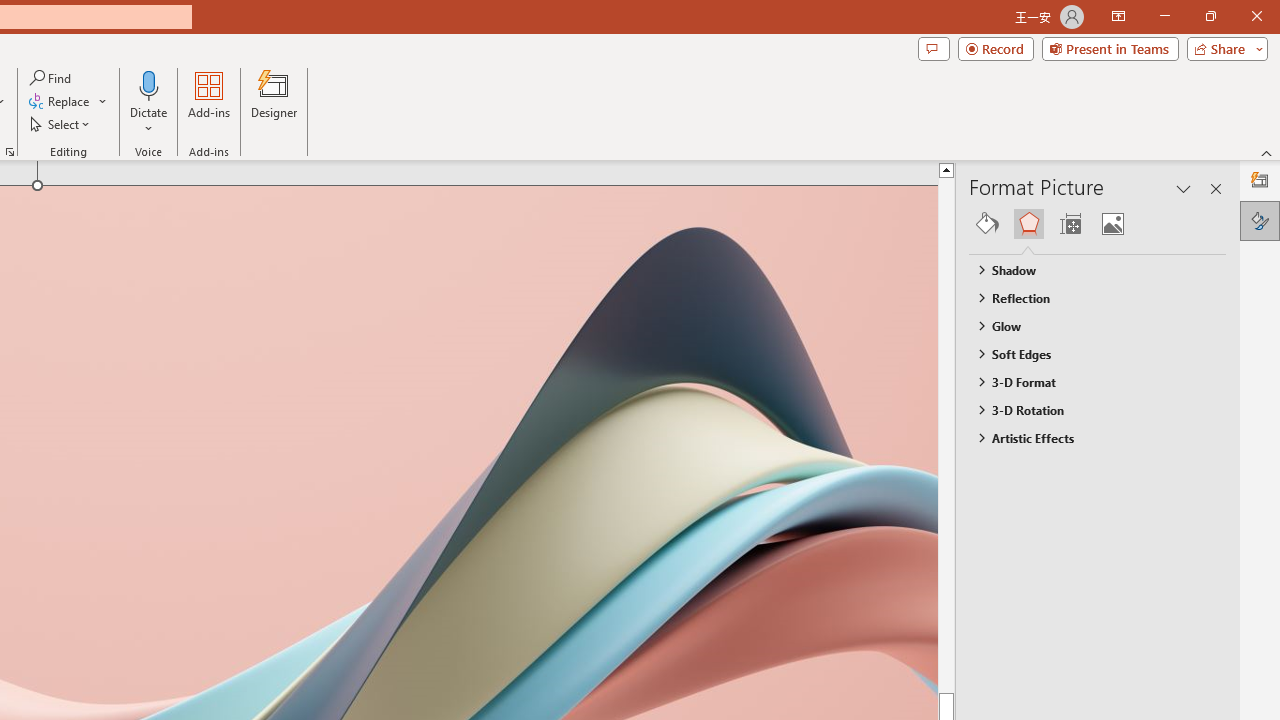 The image size is (1280, 720). Describe the element at coordinates (1097, 223) in the screenshot. I see `'Class: NetUIGalleryContainer'` at that location.